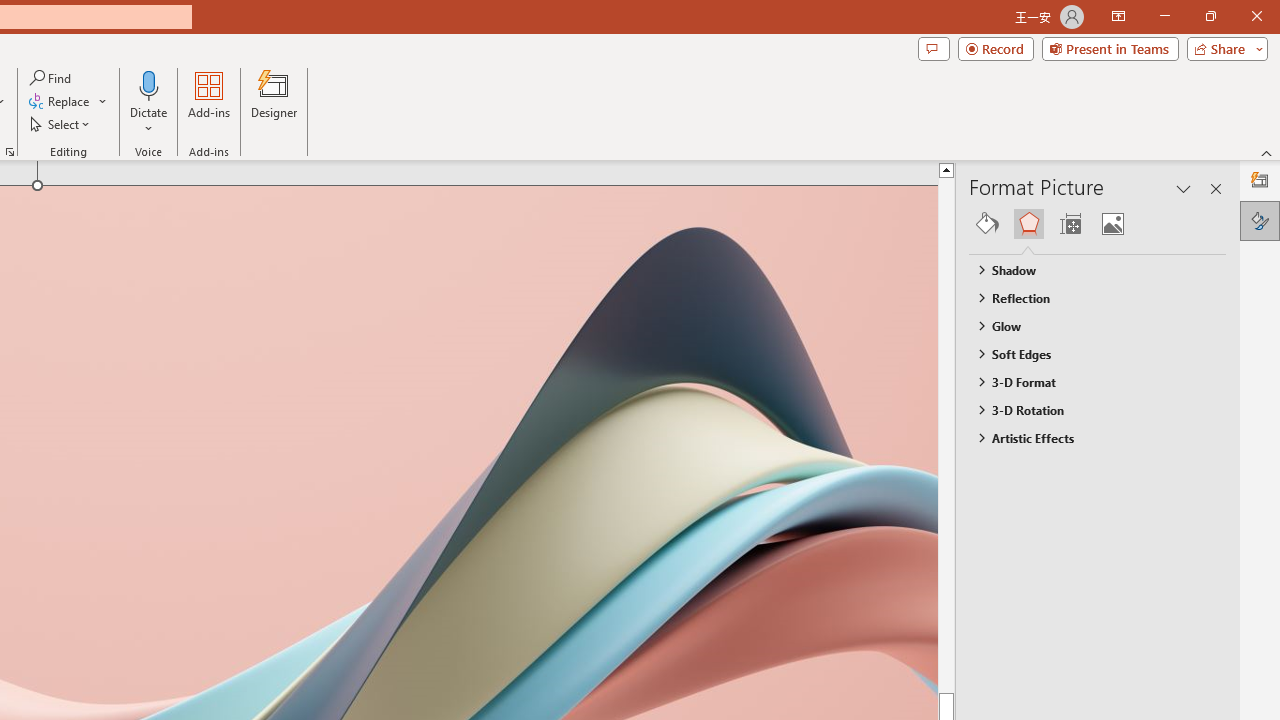 The image size is (1280, 720). Describe the element at coordinates (1097, 223) in the screenshot. I see `'Class: NetUIGalleryContainer'` at that location.